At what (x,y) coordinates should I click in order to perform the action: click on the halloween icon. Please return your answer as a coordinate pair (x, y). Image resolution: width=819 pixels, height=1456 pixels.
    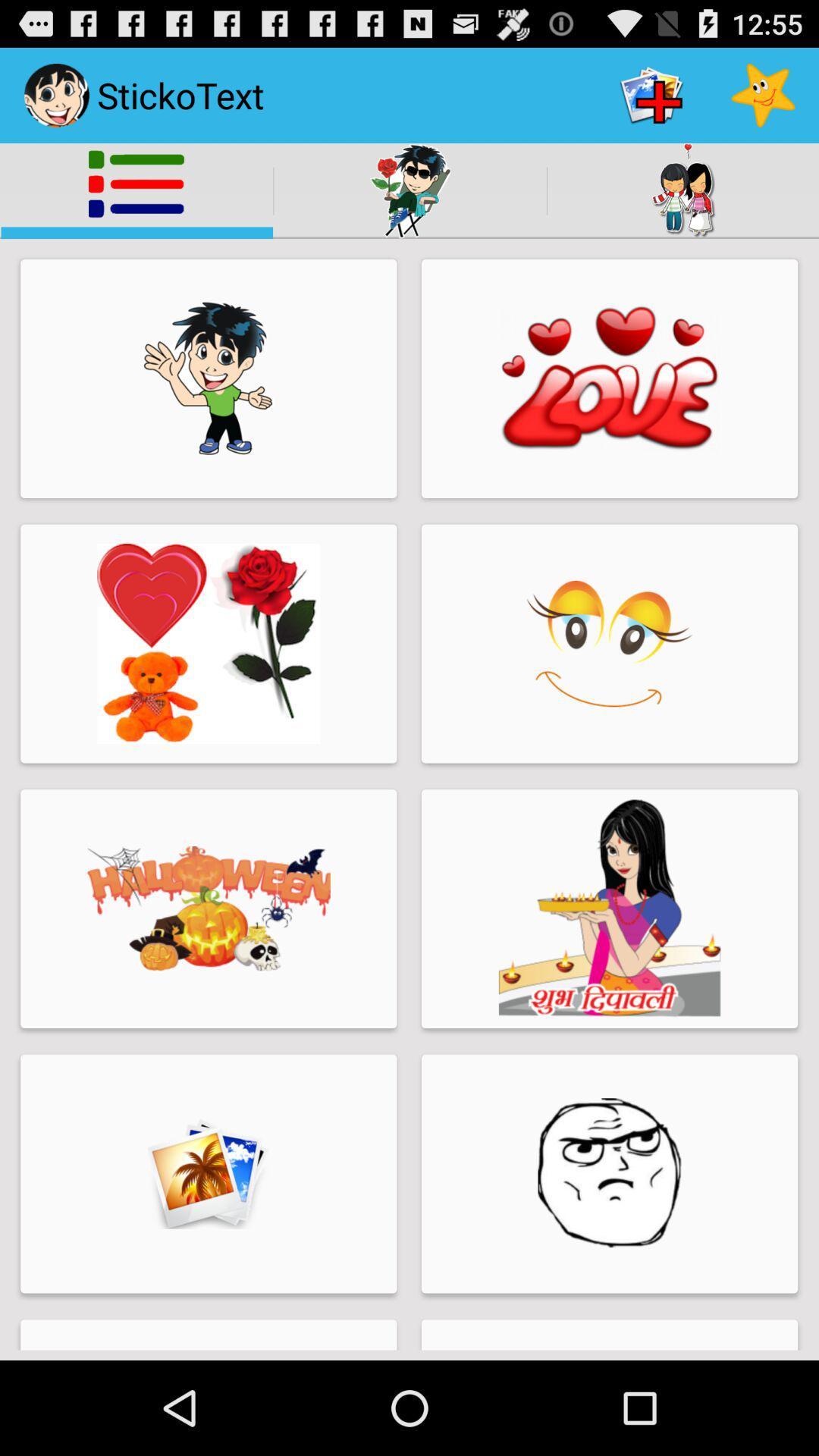
    Looking at the image, I should click on (209, 908).